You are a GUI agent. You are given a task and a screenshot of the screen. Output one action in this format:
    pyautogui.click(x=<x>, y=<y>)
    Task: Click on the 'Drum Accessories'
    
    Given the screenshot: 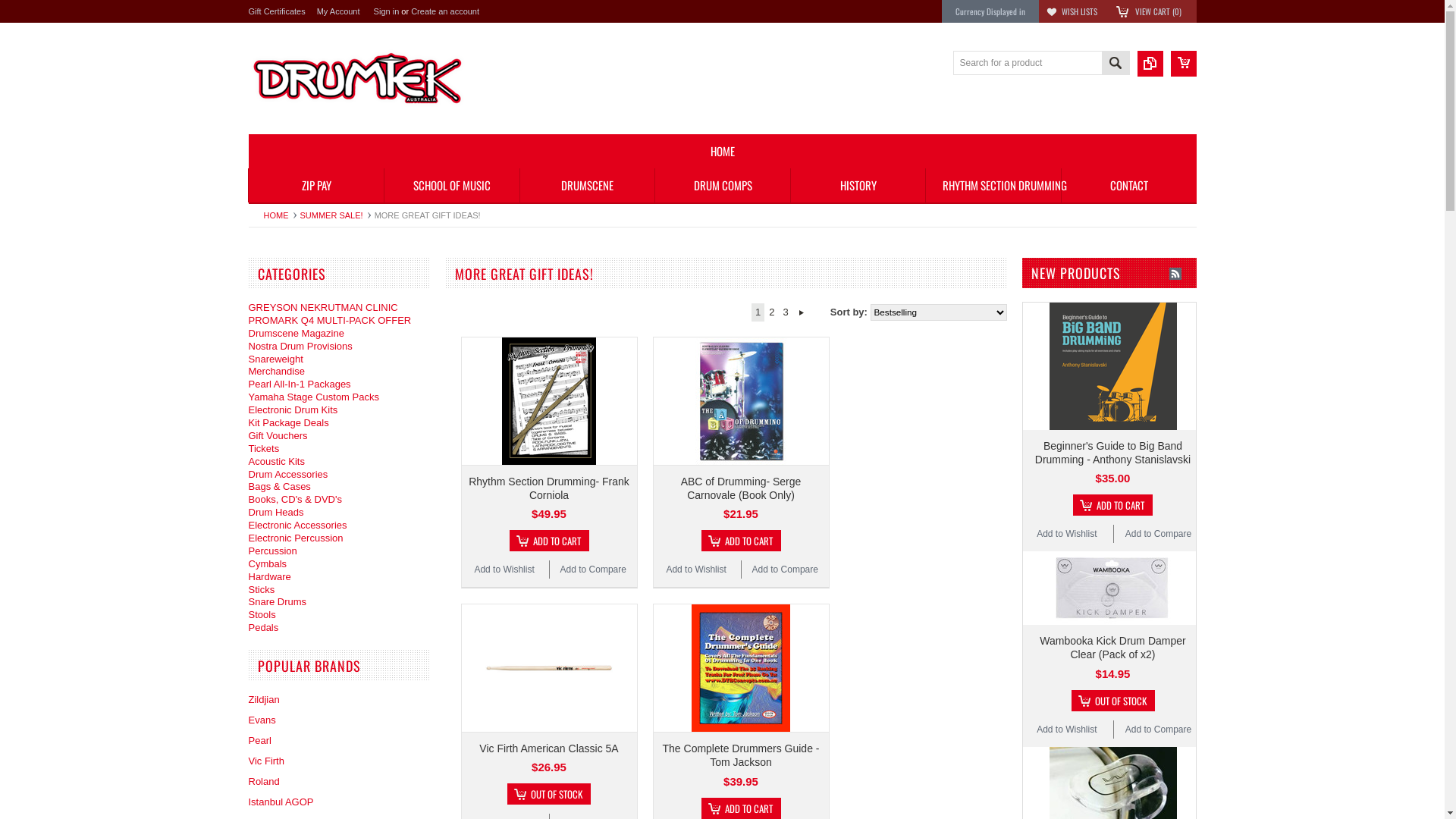 What is the action you would take?
    pyautogui.click(x=288, y=473)
    